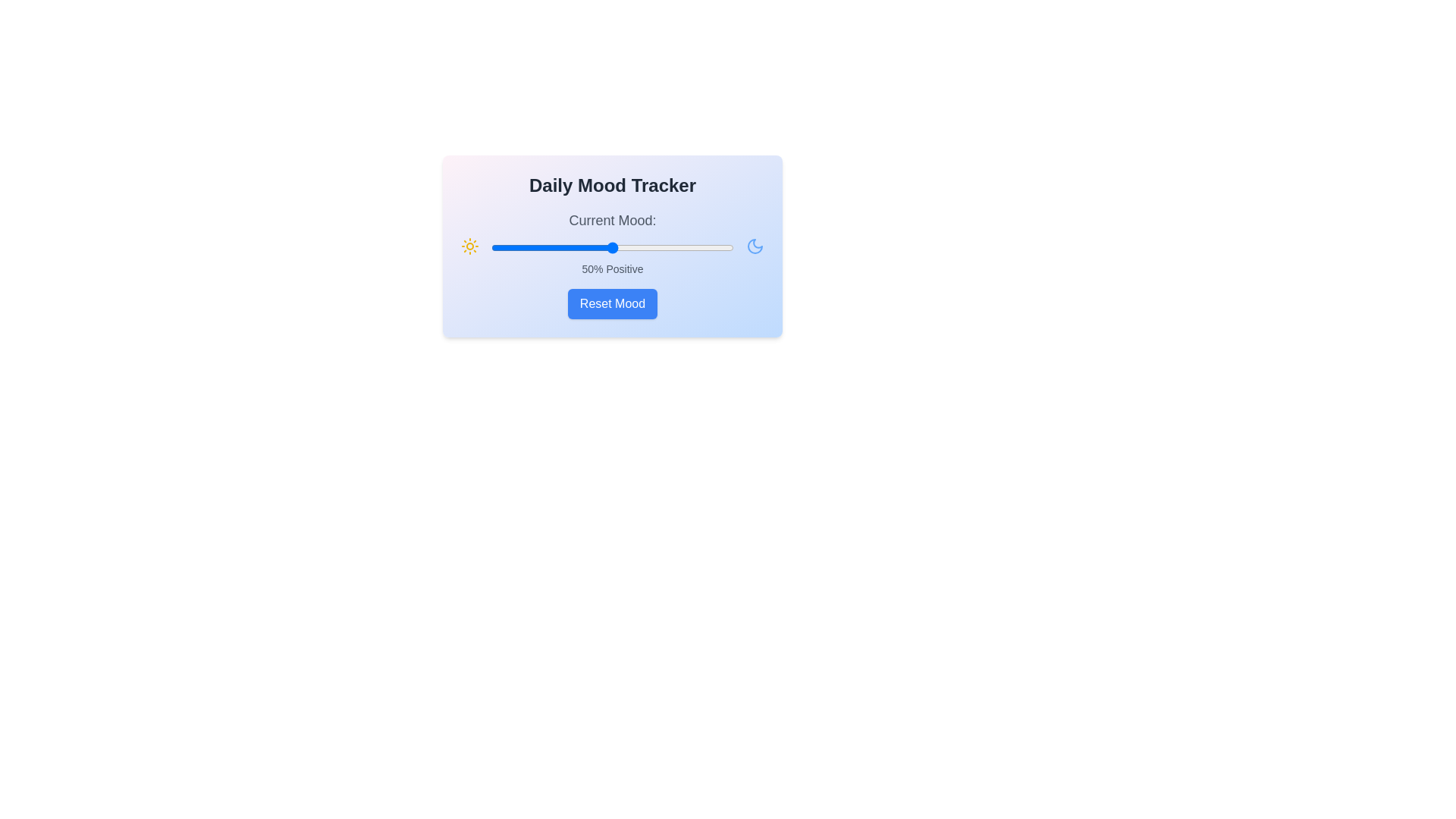 This screenshot has height=819, width=1456. Describe the element at coordinates (704, 247) in the screenshot. I see `the mood percentage` at that location.